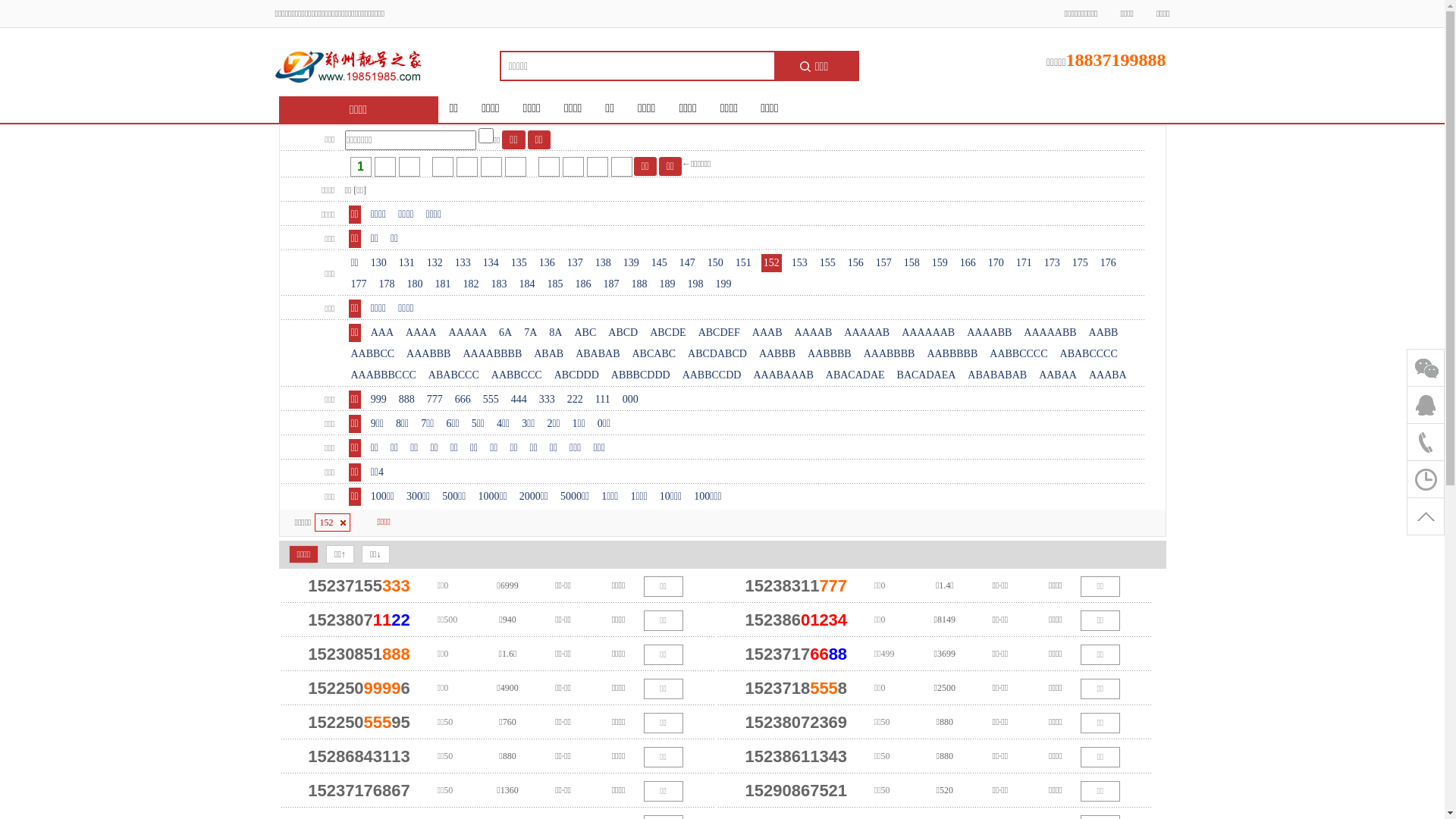 The height and width of the screenshot is (819, 1456). Describe the element at coordinates (582, 284) in the screenshot. I see `'186'` at that location.